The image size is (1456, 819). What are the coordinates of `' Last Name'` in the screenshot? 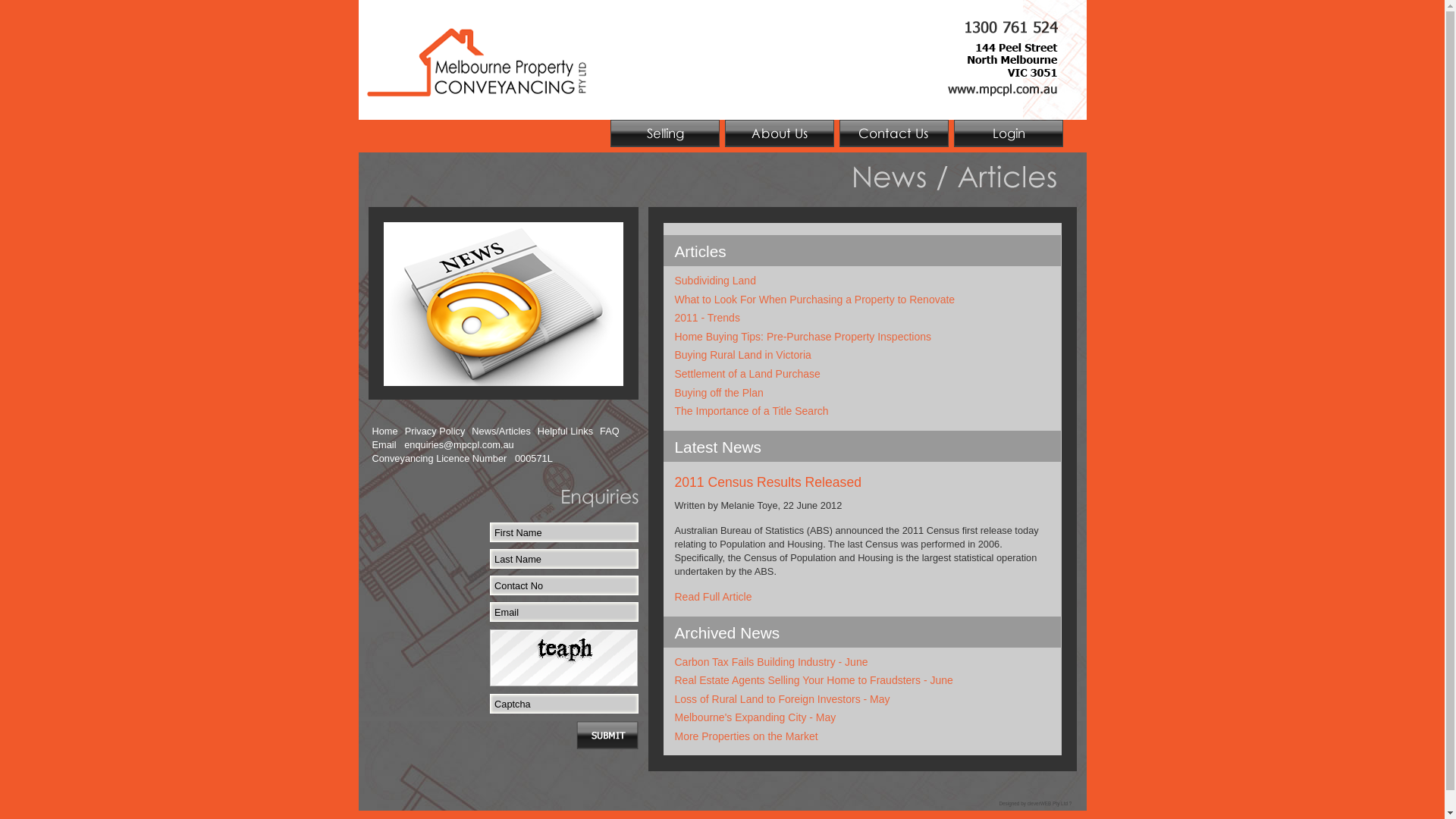 It's located at (490, 558).